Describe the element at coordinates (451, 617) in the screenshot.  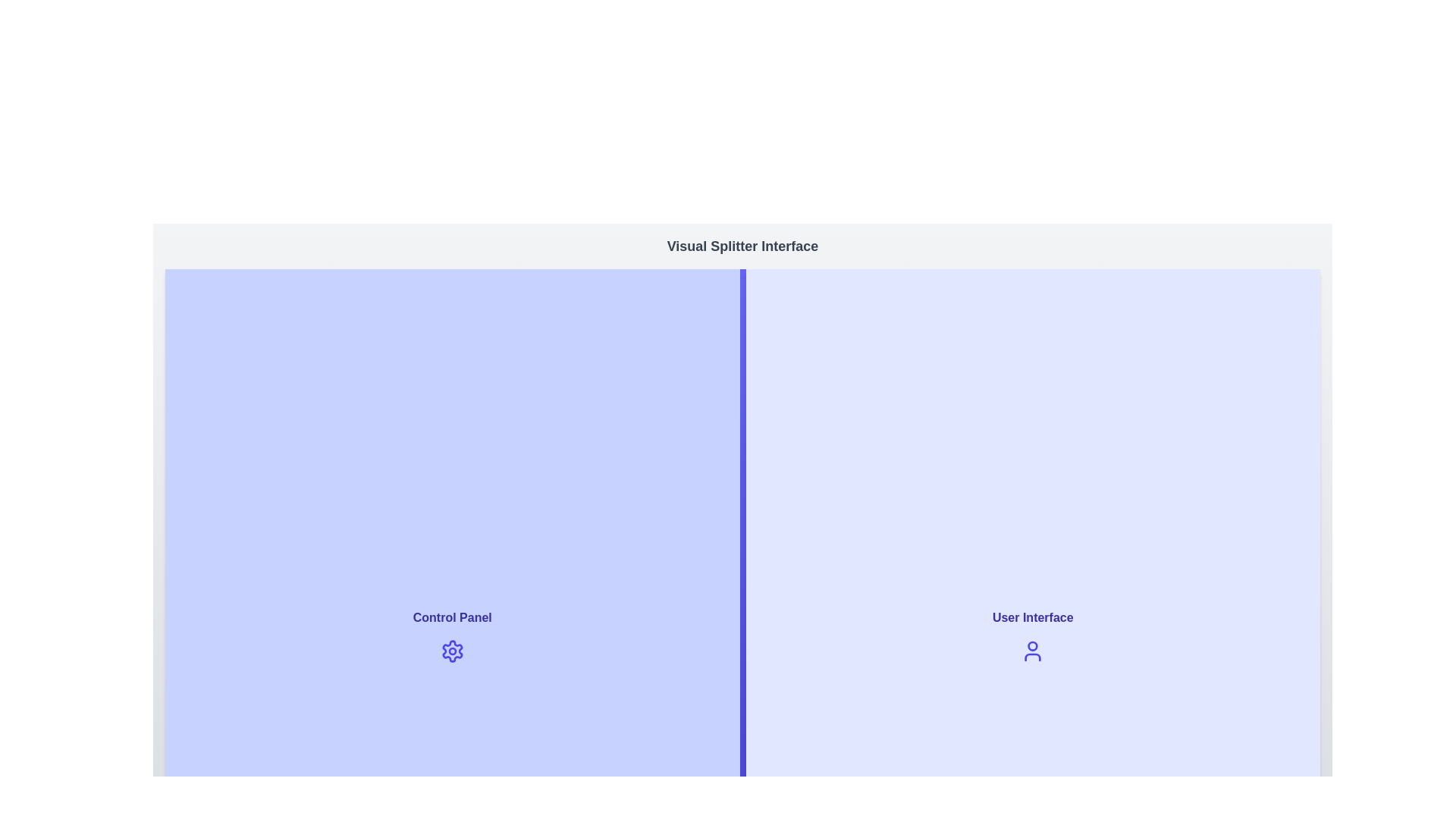
I see `the Text Label indicating 'Control Panel', which serves as a descriptive label in the left section of the split-panel layout, positioned slightly above the center horizontally` at that location.